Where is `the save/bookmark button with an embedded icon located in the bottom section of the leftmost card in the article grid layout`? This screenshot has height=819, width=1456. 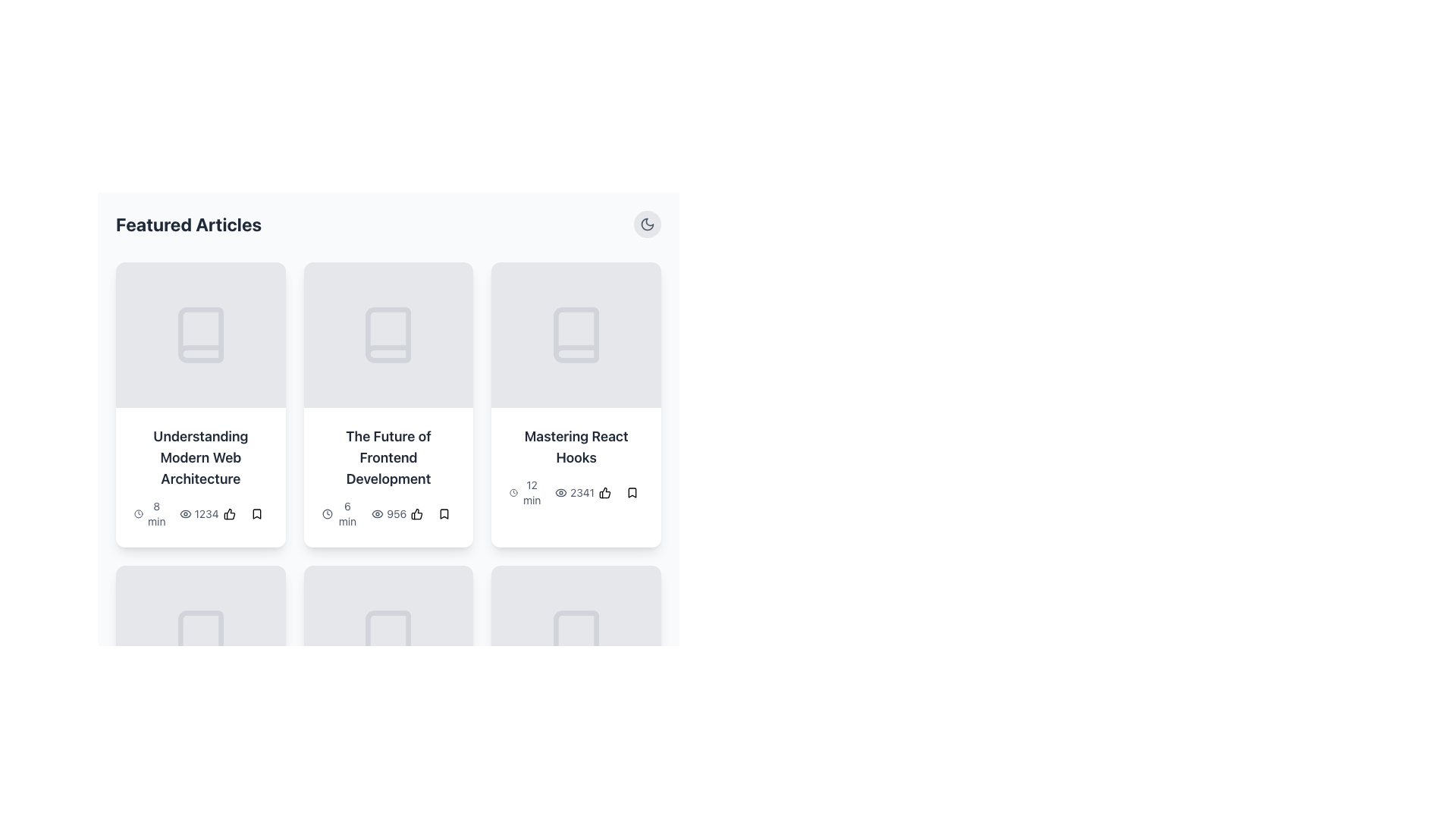 the save/bookmark button with an embedded icon located in the bottom section of the leftmost card in the article grid layout is located at coordinates (256, 513).